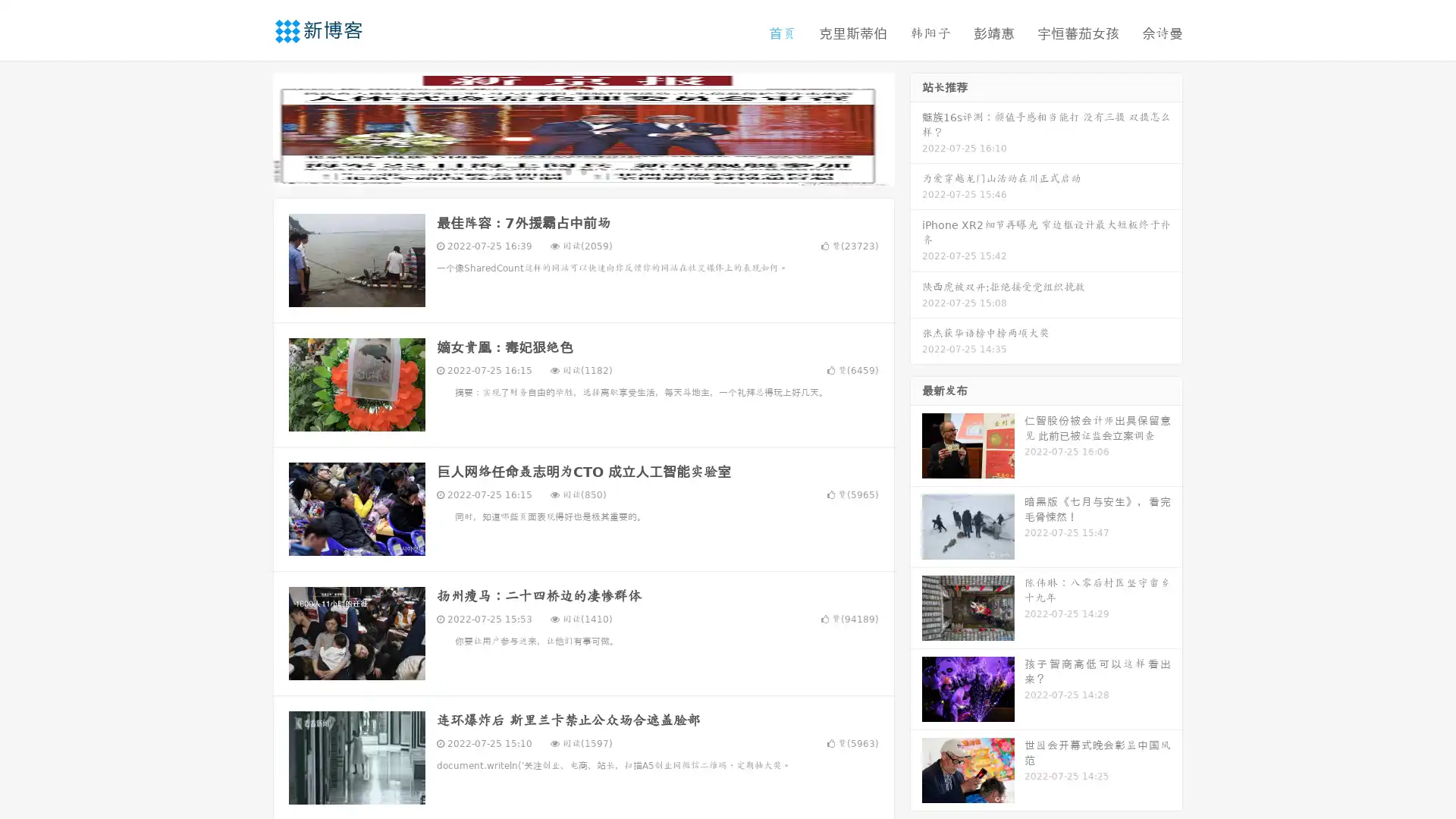 The height and width of the screenshot is (819, 1456). I want to click on Next slide, so click(916, 127).